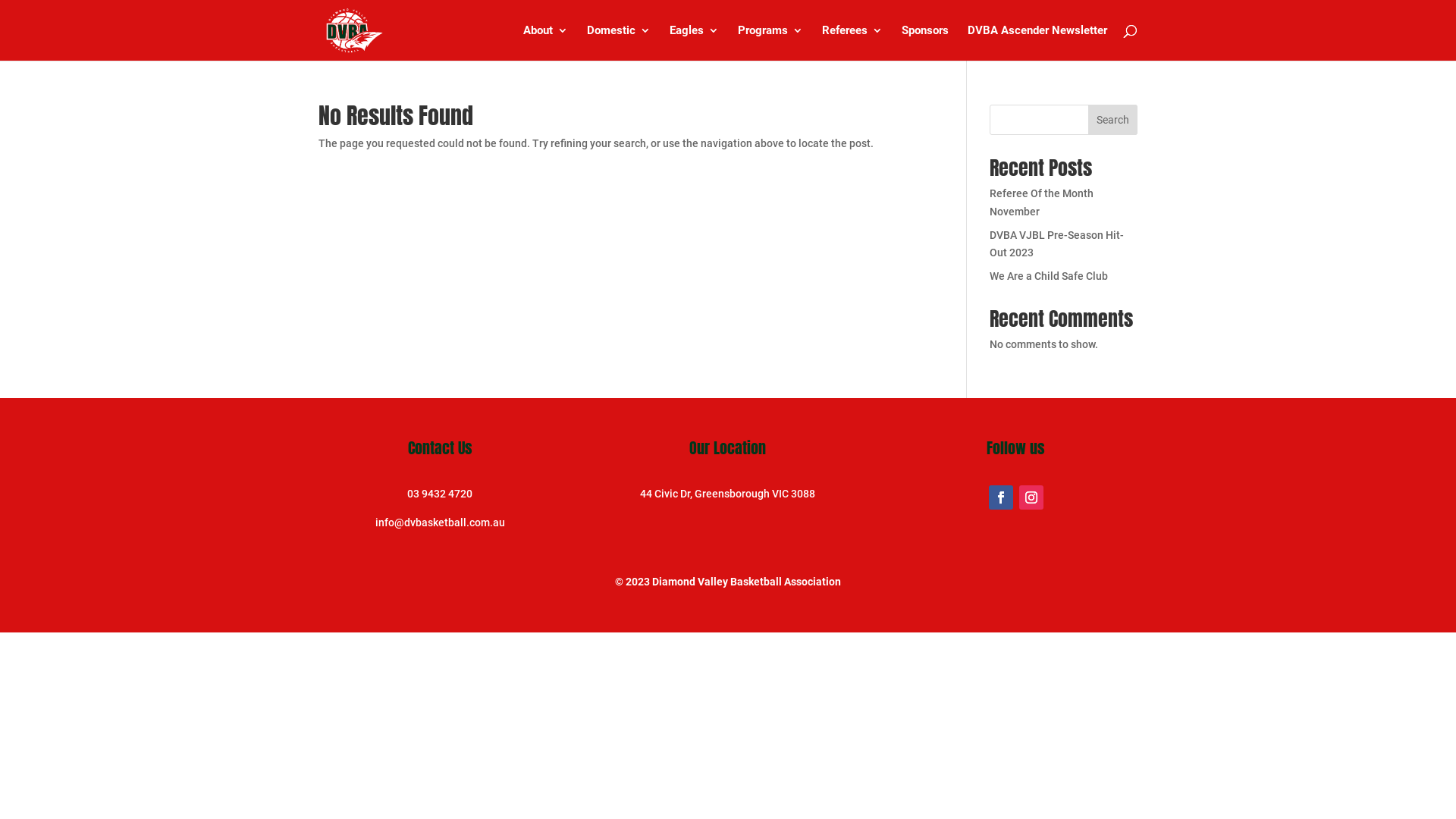 The height and width of the screenshot is (819, 1456). Describe the element at coordinates (693, 42) in the screenshot. I see `'Eagles'` at that location.